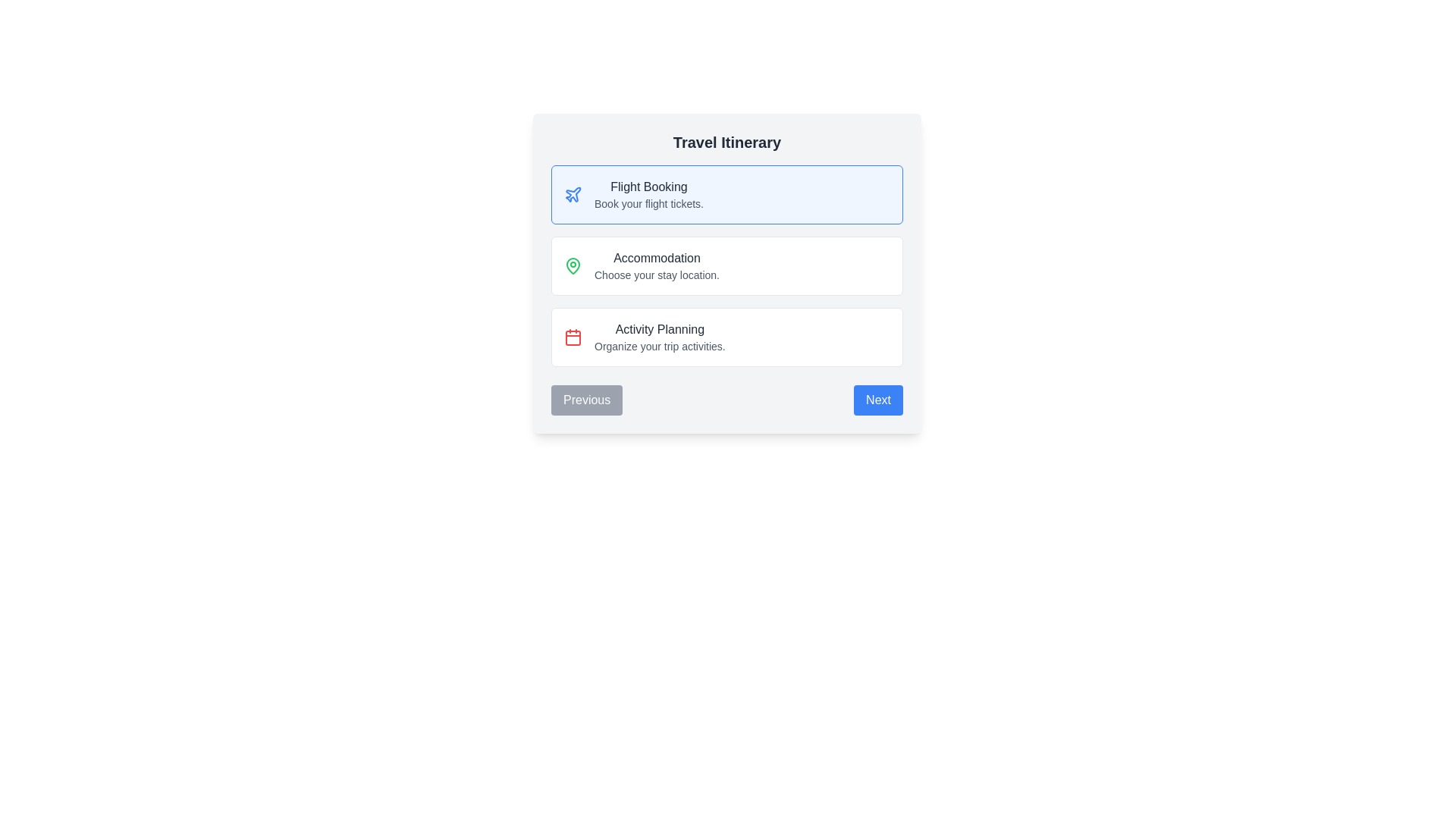 Image resolution: width=1456 pixels, height=819 pixels. I want to click on the 'Activity Planning' heading text, which is styled with medium font weight and dark gray color, located in the third section of the interface above the subtext 'Organize your trip activities', so click(660, 329).